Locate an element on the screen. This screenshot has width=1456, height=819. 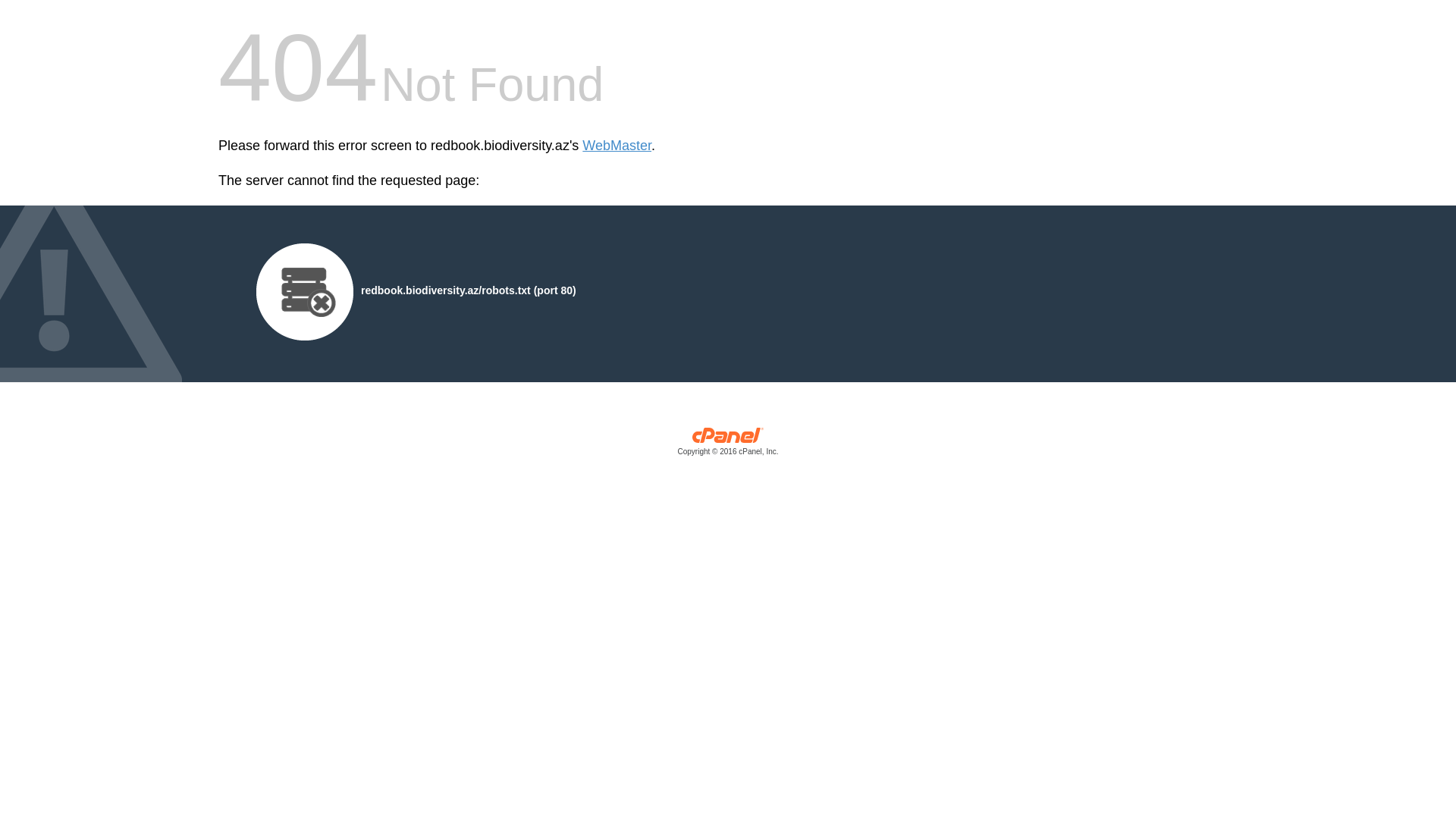
'WebMaster' is located at coordinates (582, 146).